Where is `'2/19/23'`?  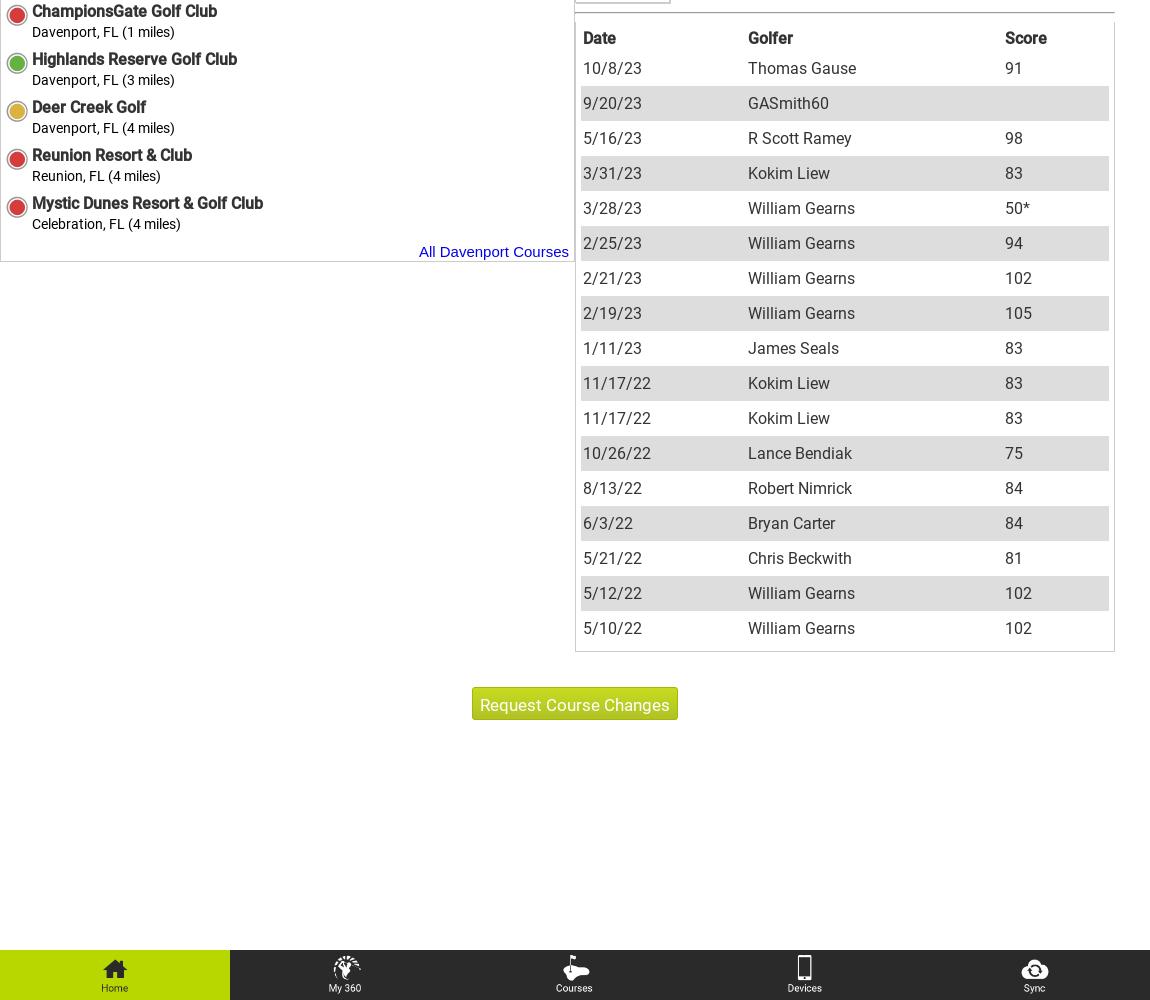
'2/19/23' is located at coordinates (611, 312).